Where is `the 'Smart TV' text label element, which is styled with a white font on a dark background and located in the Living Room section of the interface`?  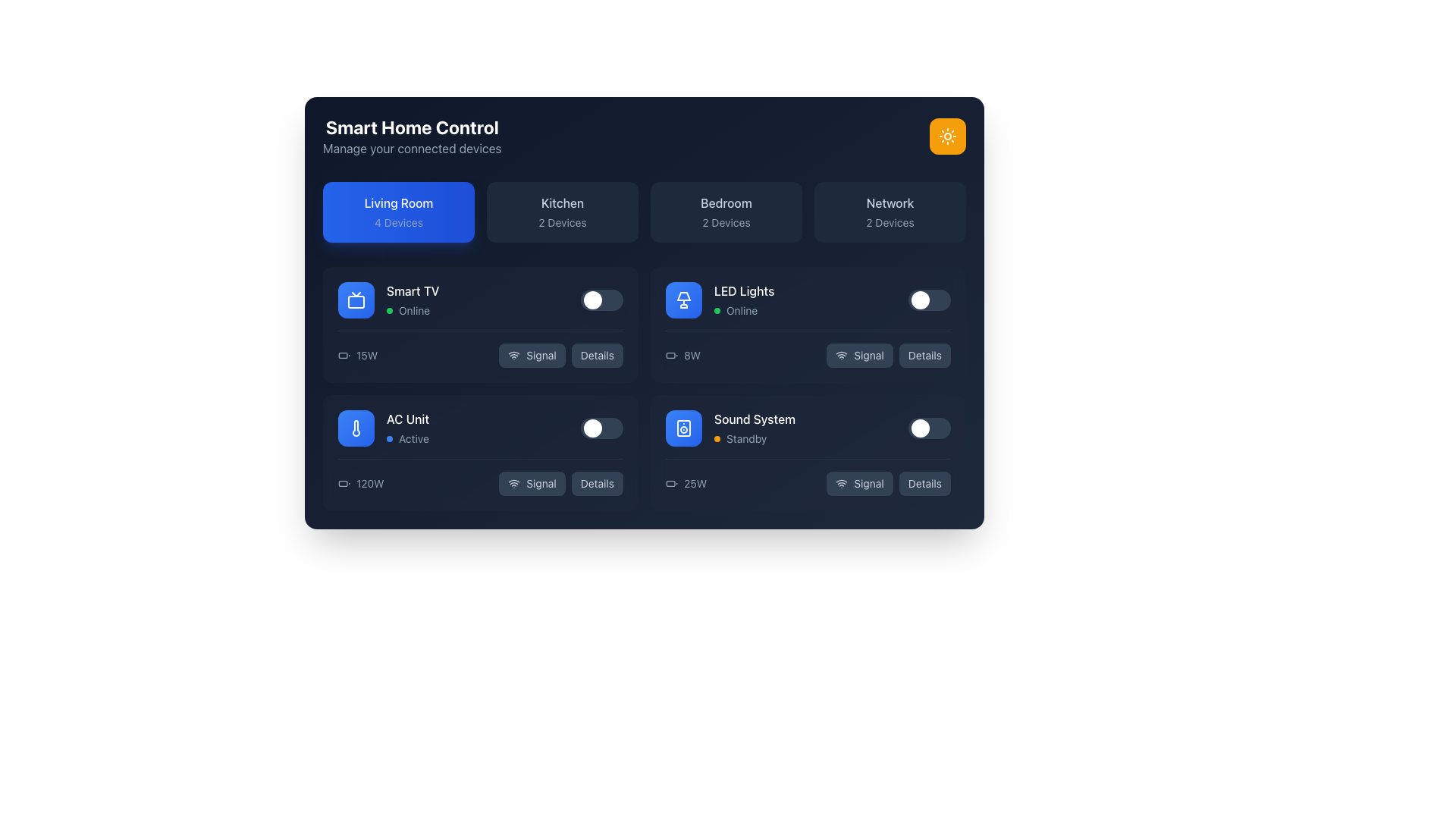 the 'Smart TV' text label element, which is styled with a white font on a dark background and located in the Living Room section of the interface is located at coordinates (413, 291).